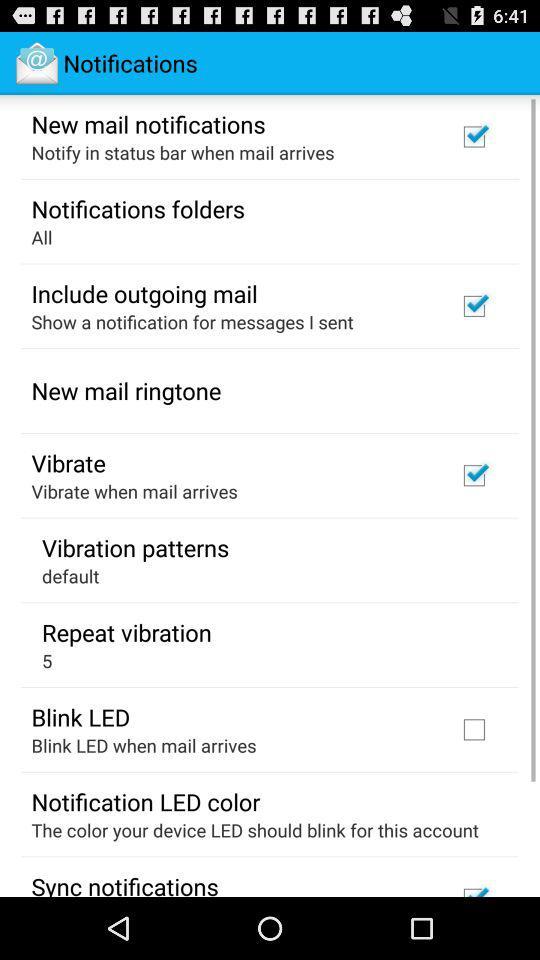  I want to click on app below the notification led color icon, so click(255, 830).